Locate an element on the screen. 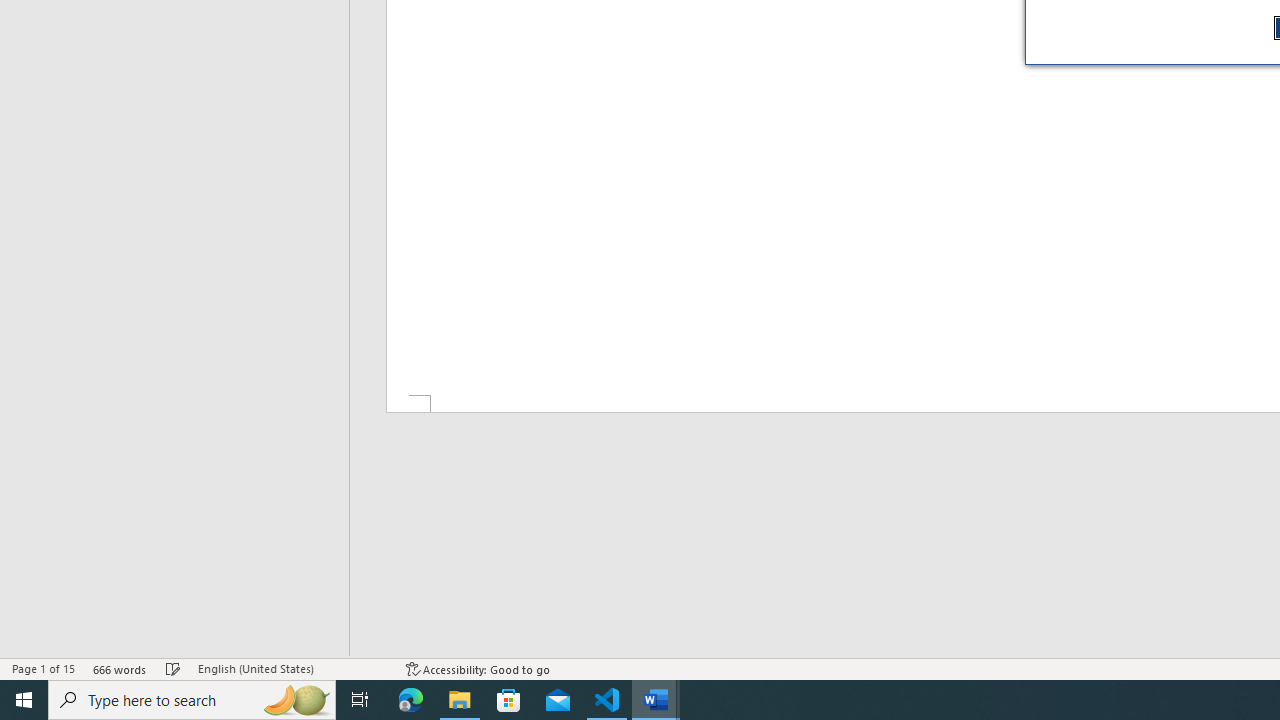 Image resolution: width=1280 pixels, height=720 pixels. 'Task View' is located at coordinates (359, 698).